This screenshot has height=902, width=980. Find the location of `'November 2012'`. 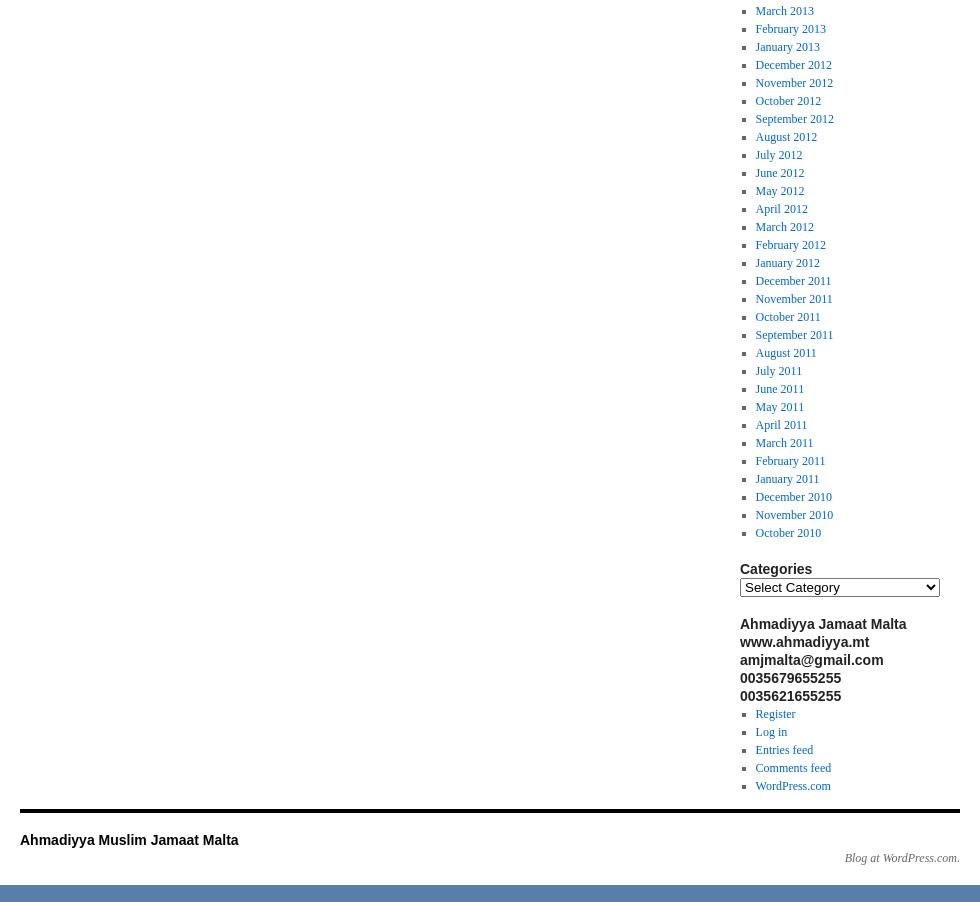

'November 2012' is located at coordinates (793, 81).